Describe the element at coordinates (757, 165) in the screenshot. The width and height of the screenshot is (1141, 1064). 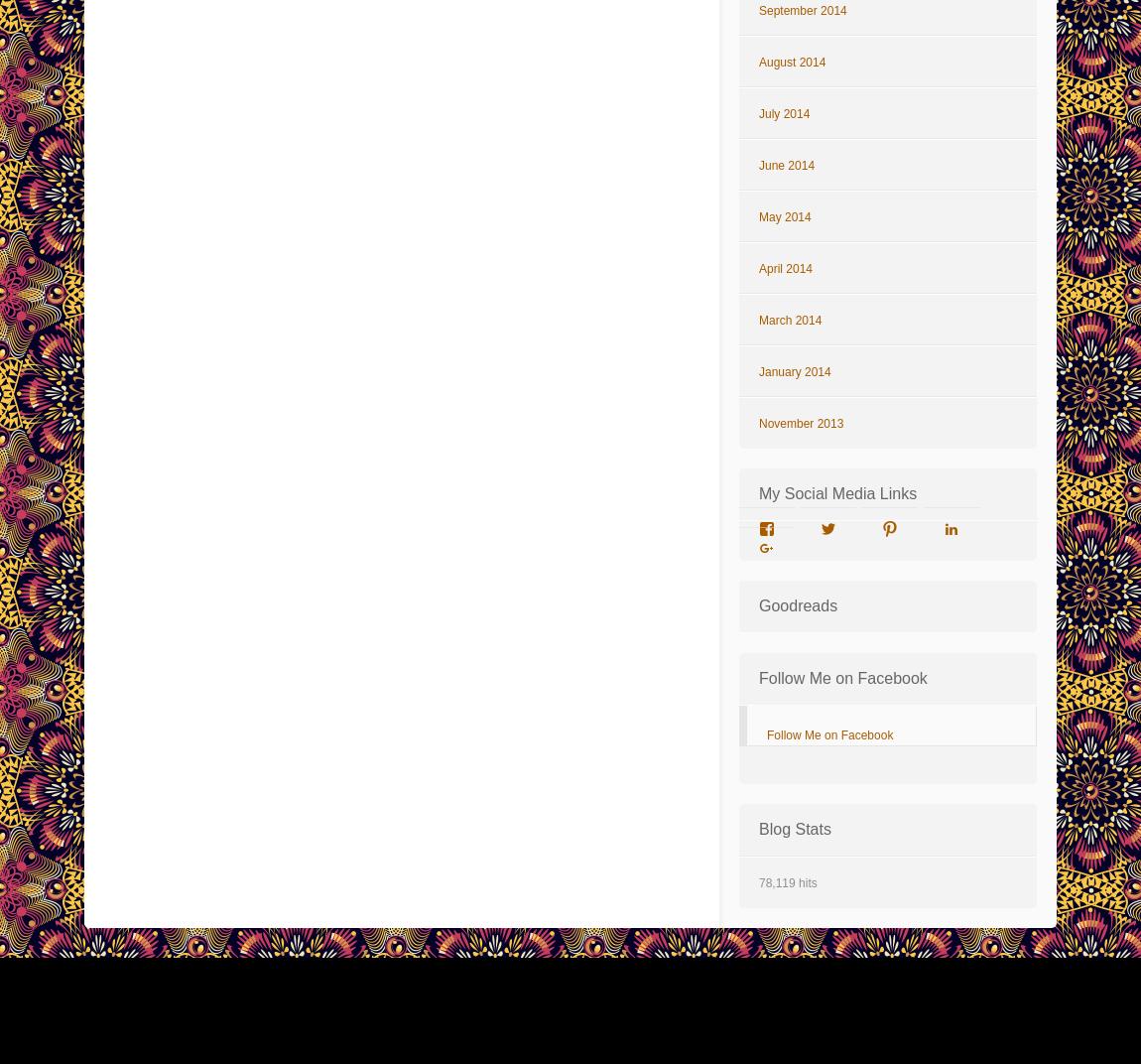
I see `'June 2014'` at that location.